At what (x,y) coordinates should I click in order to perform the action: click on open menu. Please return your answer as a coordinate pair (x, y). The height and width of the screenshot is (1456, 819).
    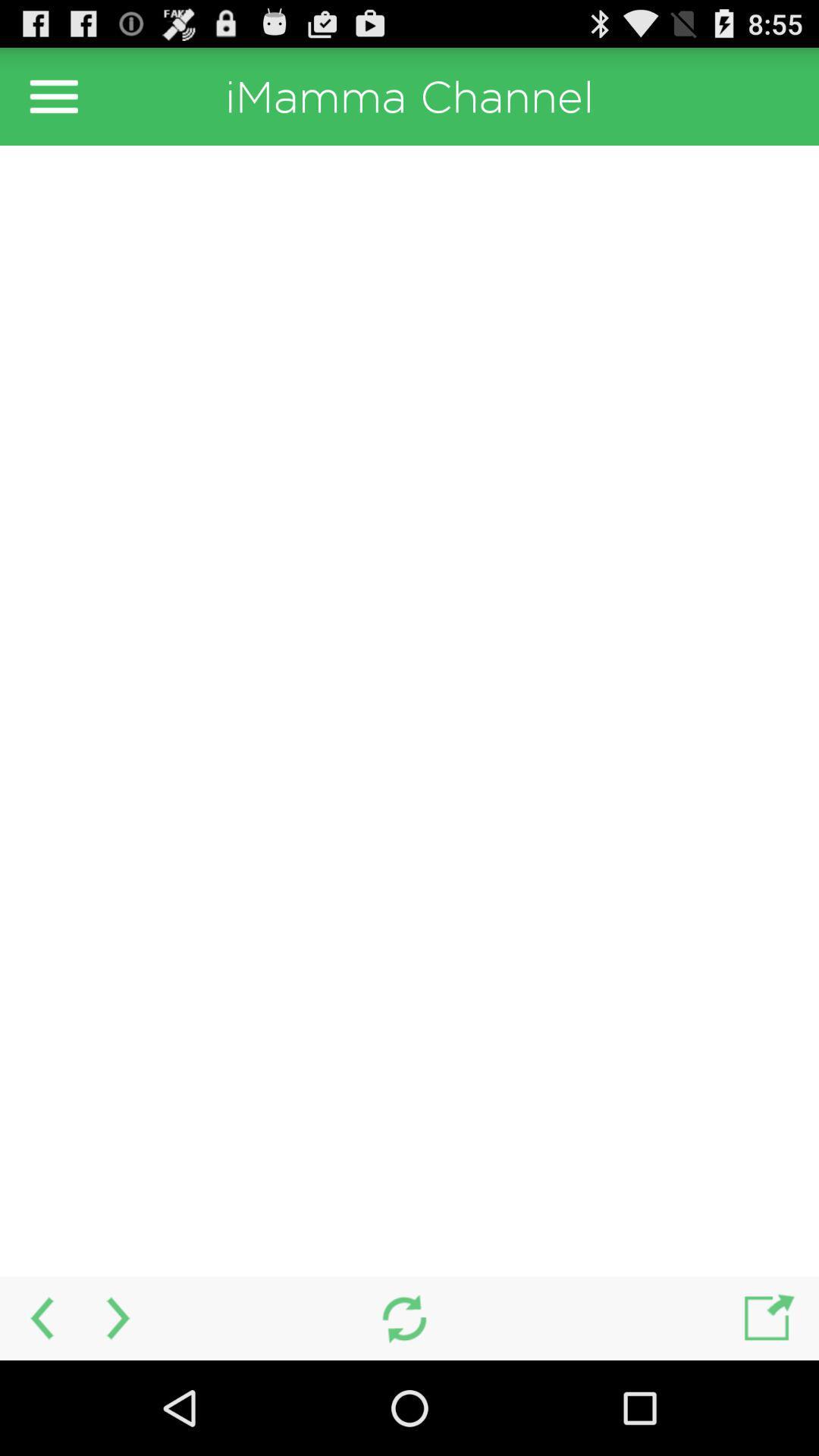
    Looking at the image, I should click on (53, 96).